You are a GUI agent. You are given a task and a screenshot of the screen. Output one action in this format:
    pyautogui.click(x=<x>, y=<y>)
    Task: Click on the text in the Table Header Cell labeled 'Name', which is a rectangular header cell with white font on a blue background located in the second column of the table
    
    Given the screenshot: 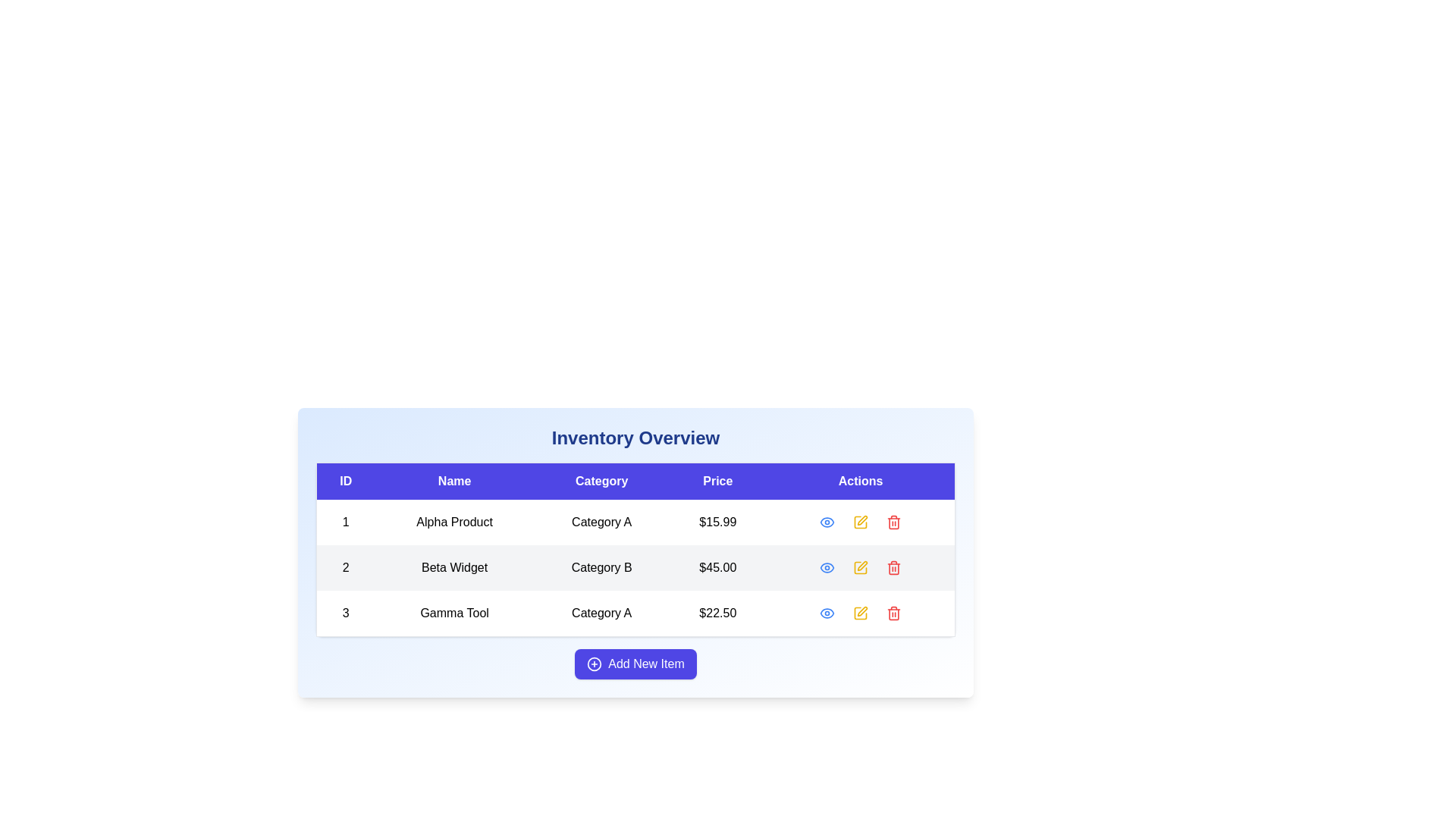 What is the action you would take?
    pyautogui.click(x=453, y=481)
    